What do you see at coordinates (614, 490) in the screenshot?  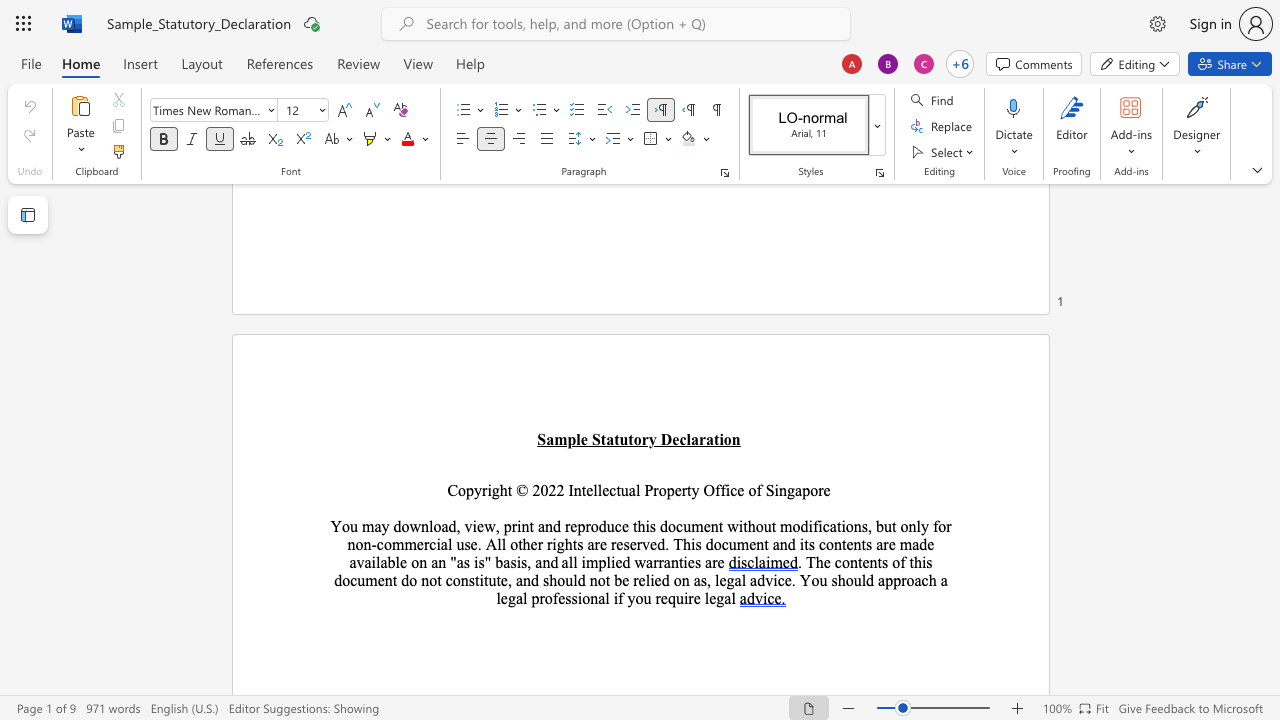 I see `the space between the continuous character "c" and "t" in the text` at bounding box center [614, 490].